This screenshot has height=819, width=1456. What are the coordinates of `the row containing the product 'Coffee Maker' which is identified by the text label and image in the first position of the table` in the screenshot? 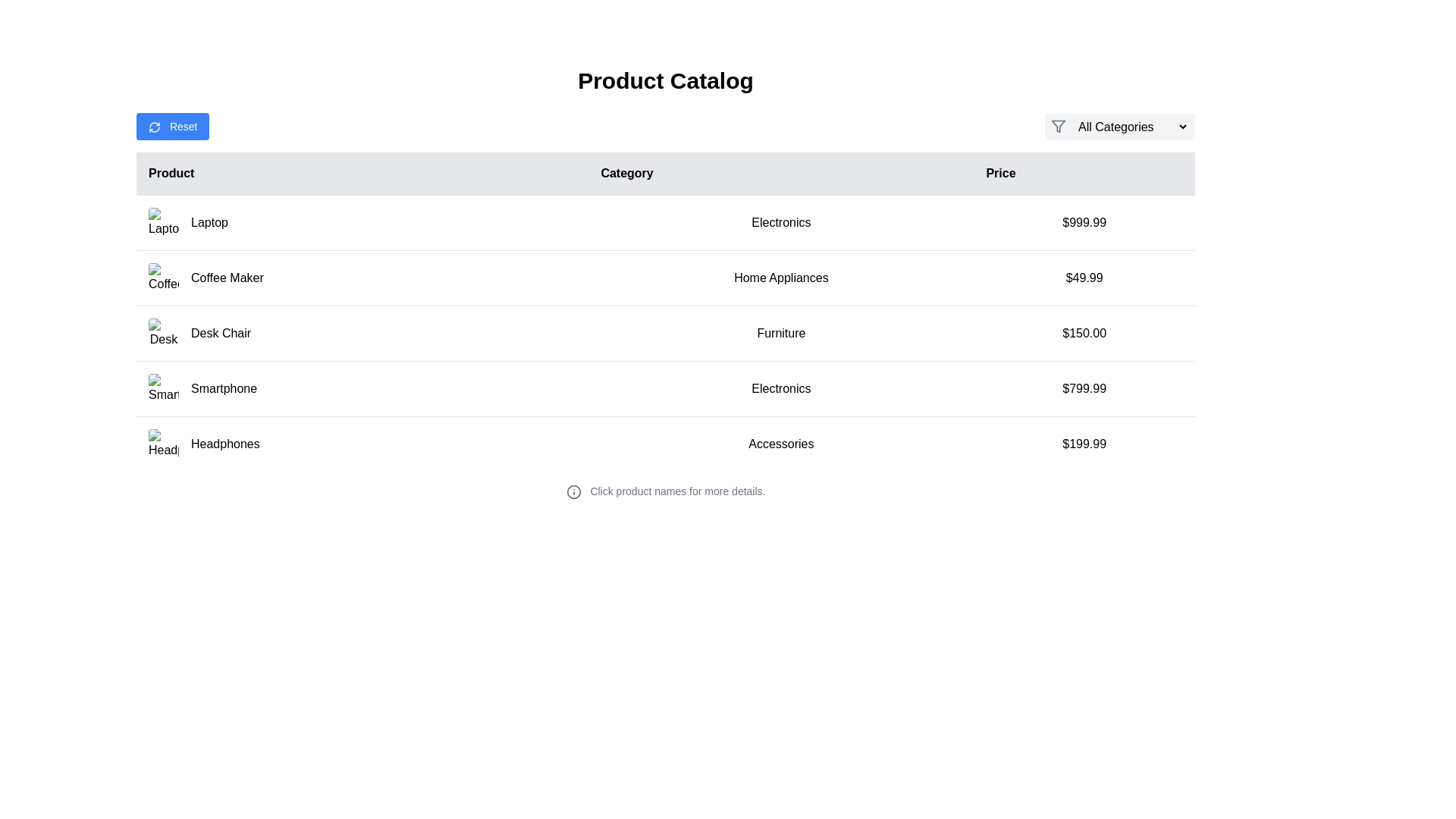 It's located at (362, 278).